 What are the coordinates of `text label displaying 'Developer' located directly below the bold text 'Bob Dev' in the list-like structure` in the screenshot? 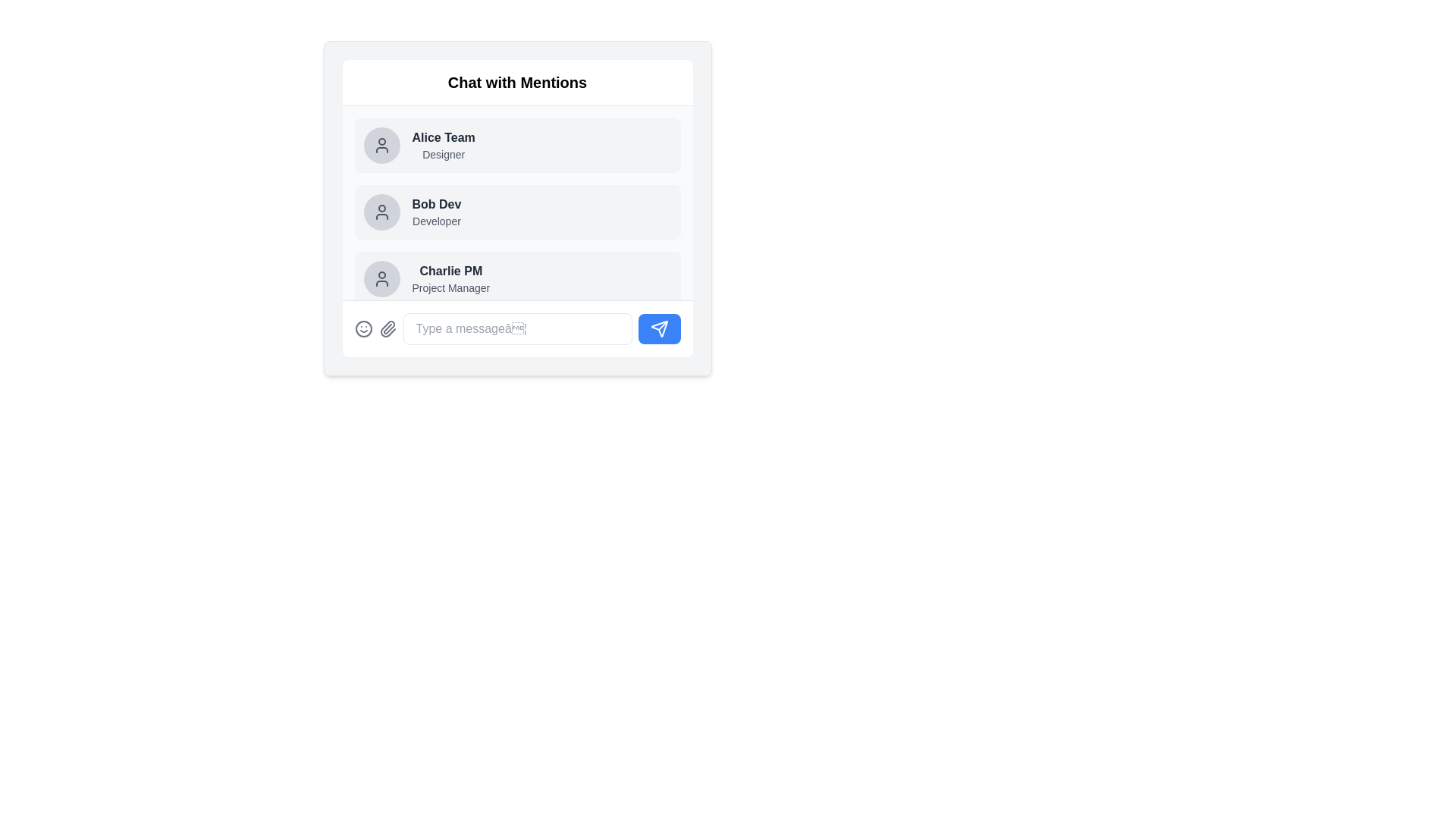 It's located at (436, 221).